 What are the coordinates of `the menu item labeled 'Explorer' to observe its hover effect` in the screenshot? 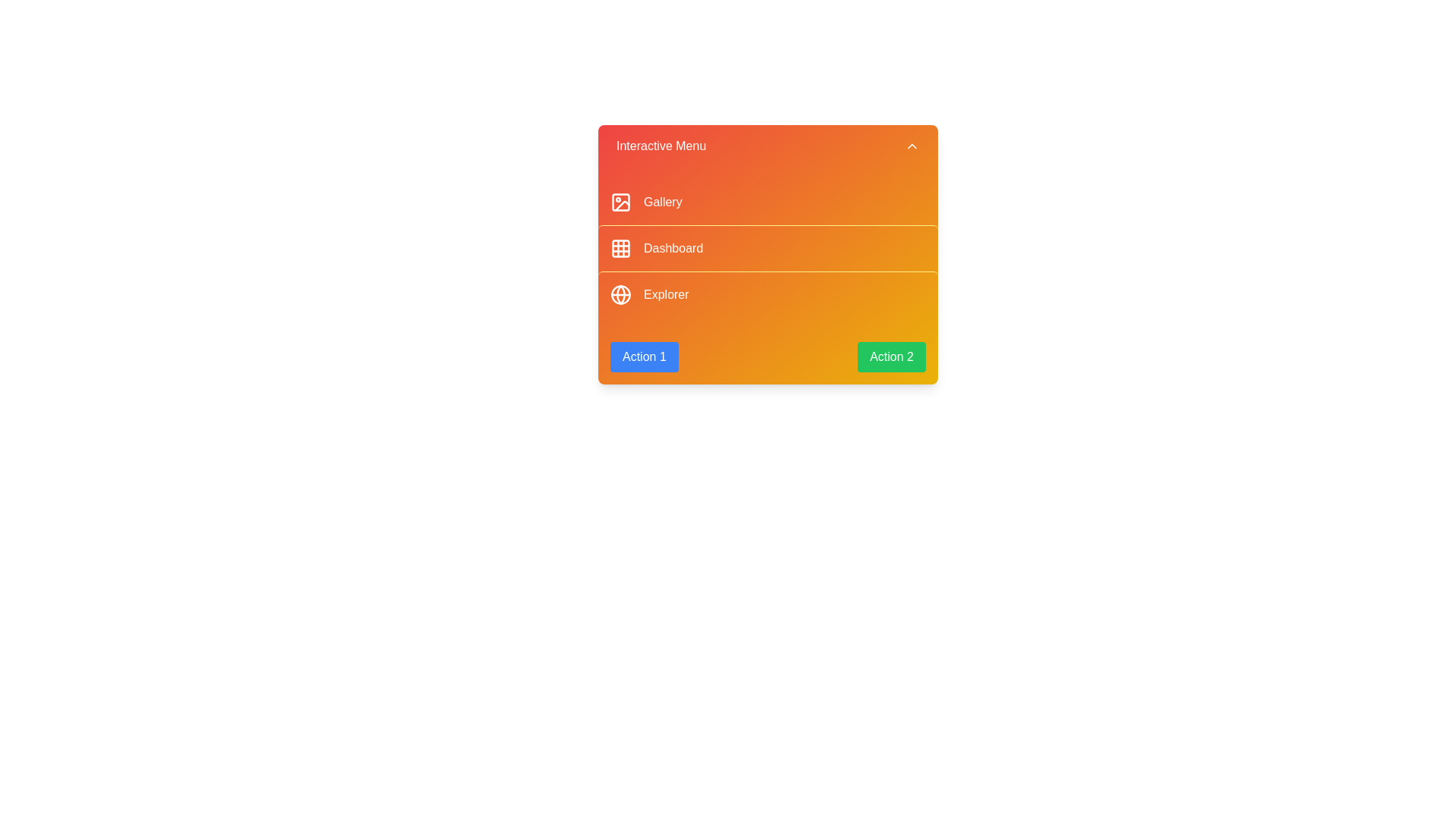 It's located at (767, 294).